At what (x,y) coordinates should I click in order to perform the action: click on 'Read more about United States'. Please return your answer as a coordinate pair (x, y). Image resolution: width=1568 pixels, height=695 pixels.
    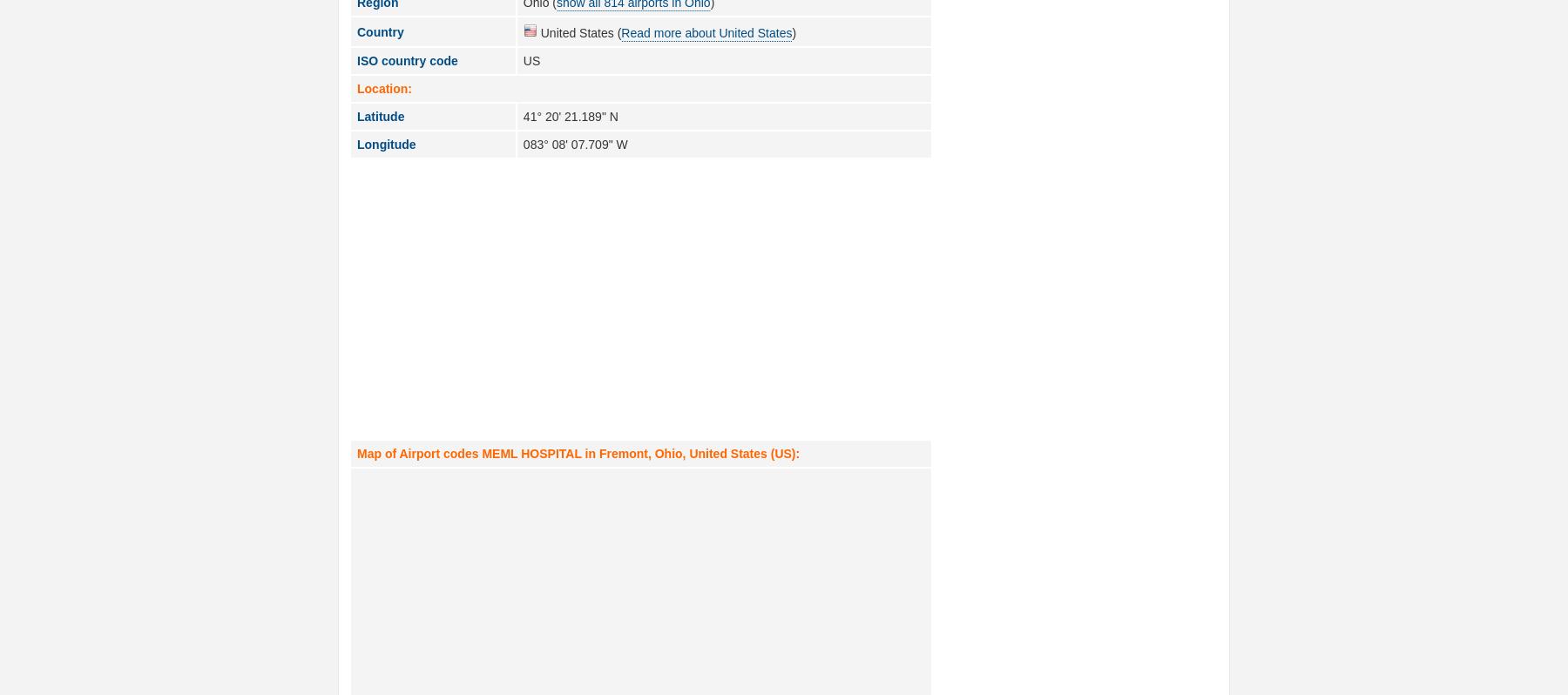
    Looking at the image, I should click on (706, 32).